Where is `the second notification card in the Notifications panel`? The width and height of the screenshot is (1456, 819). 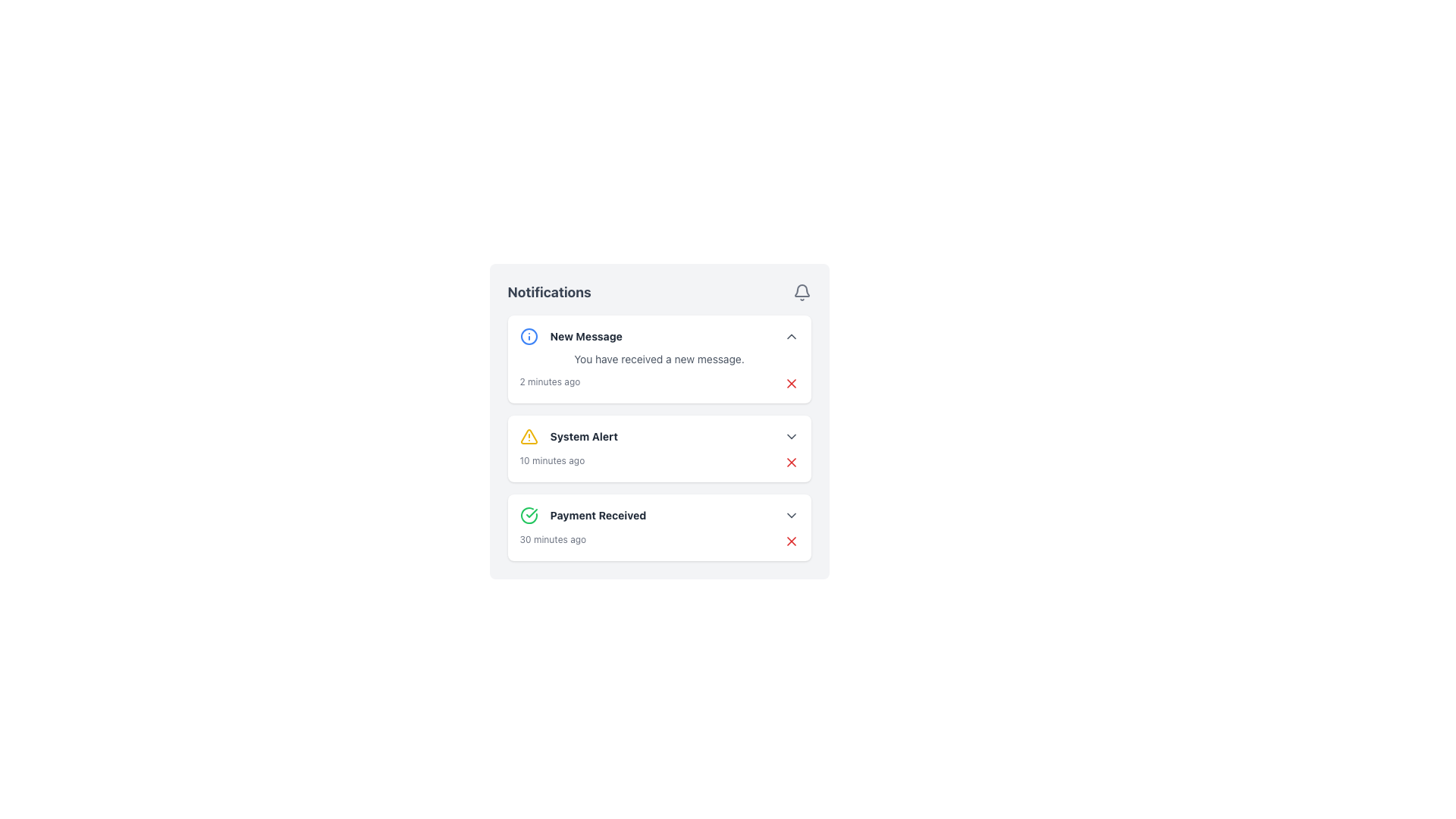 the second notification card in the Notifications panel is located at coordinates (659, 438).